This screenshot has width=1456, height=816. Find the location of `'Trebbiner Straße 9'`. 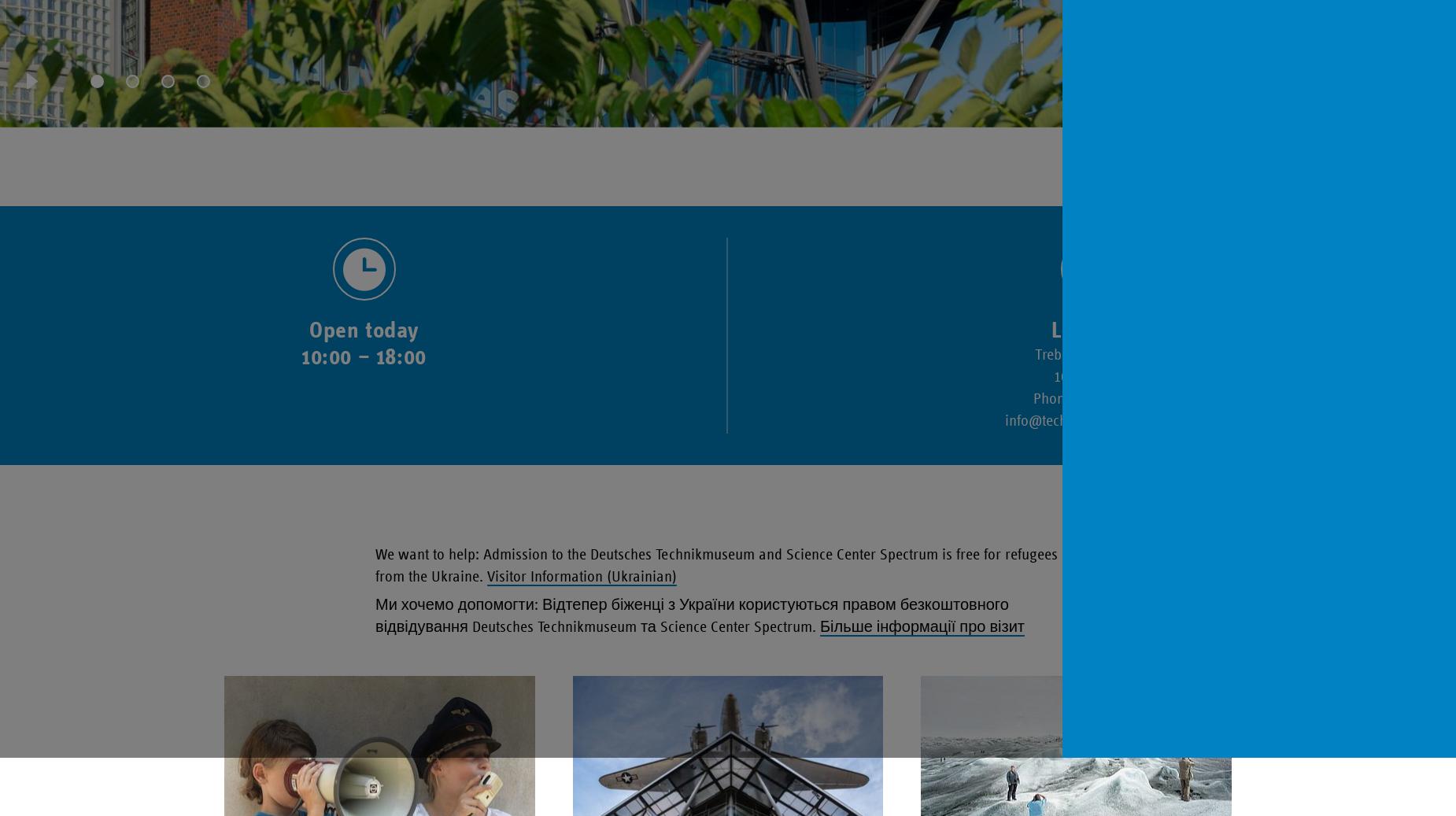

'Trebbiner Straße 9' is located at coordinates (1090, 353).